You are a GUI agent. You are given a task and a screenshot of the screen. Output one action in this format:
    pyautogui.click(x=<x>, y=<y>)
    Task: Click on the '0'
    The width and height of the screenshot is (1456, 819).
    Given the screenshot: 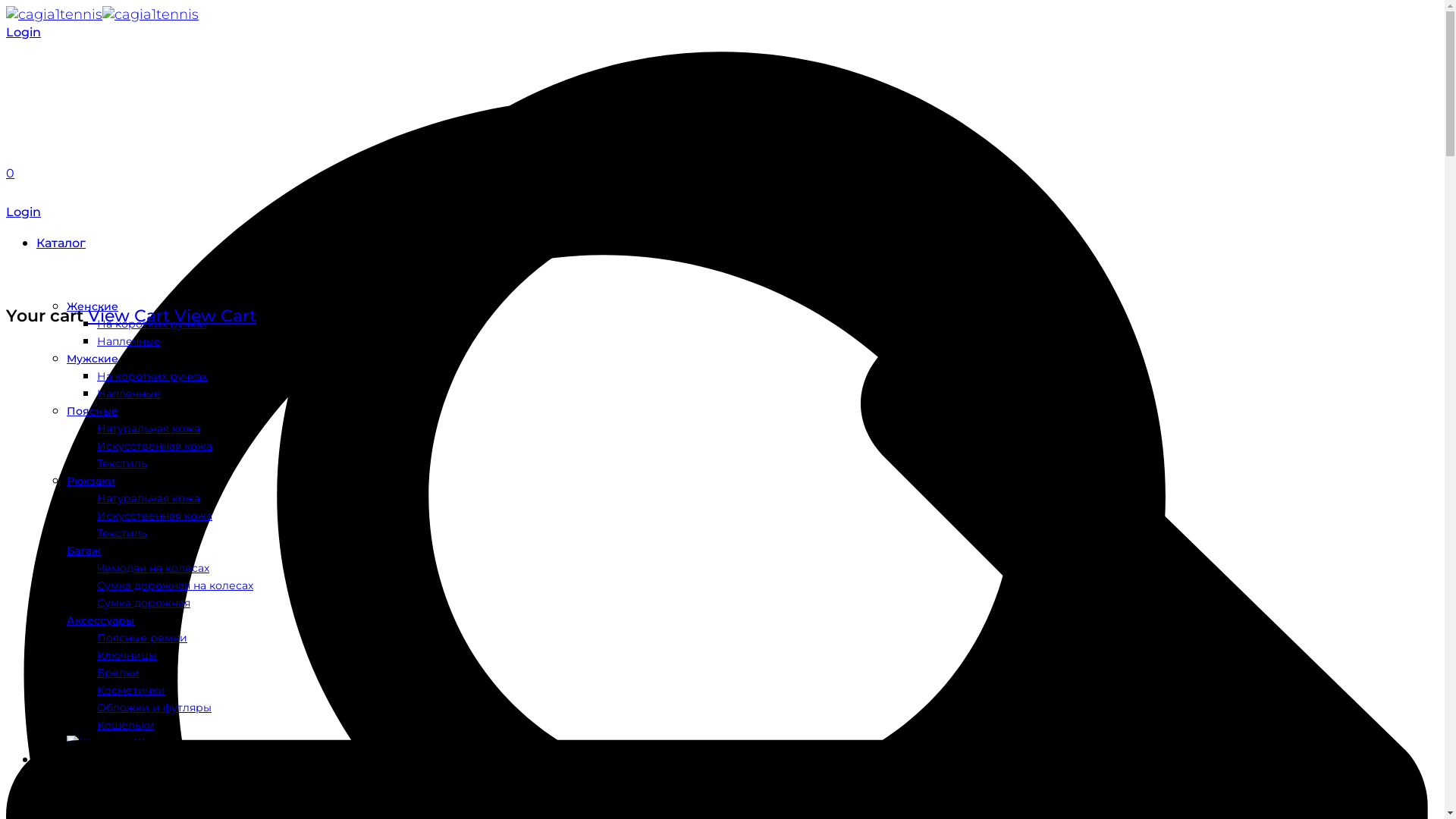 What is the action you would take?
    pyautogui.click(x=10, y=172)
    